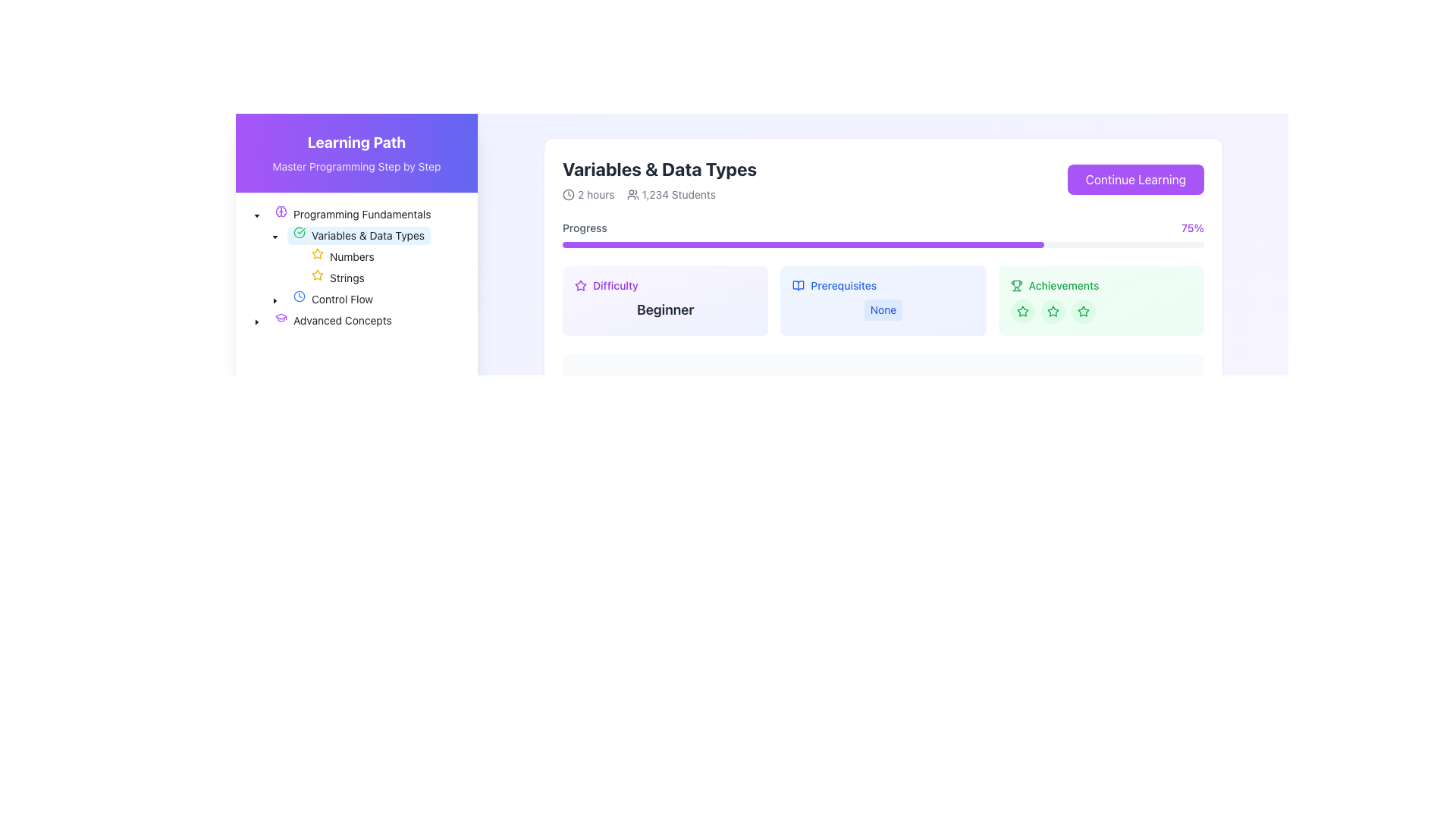  I want to click on the brain icon, which is a purple circular icon located next to the 'Programming Fundamentals' title in the left-hand navigation list, so click(281, 211).